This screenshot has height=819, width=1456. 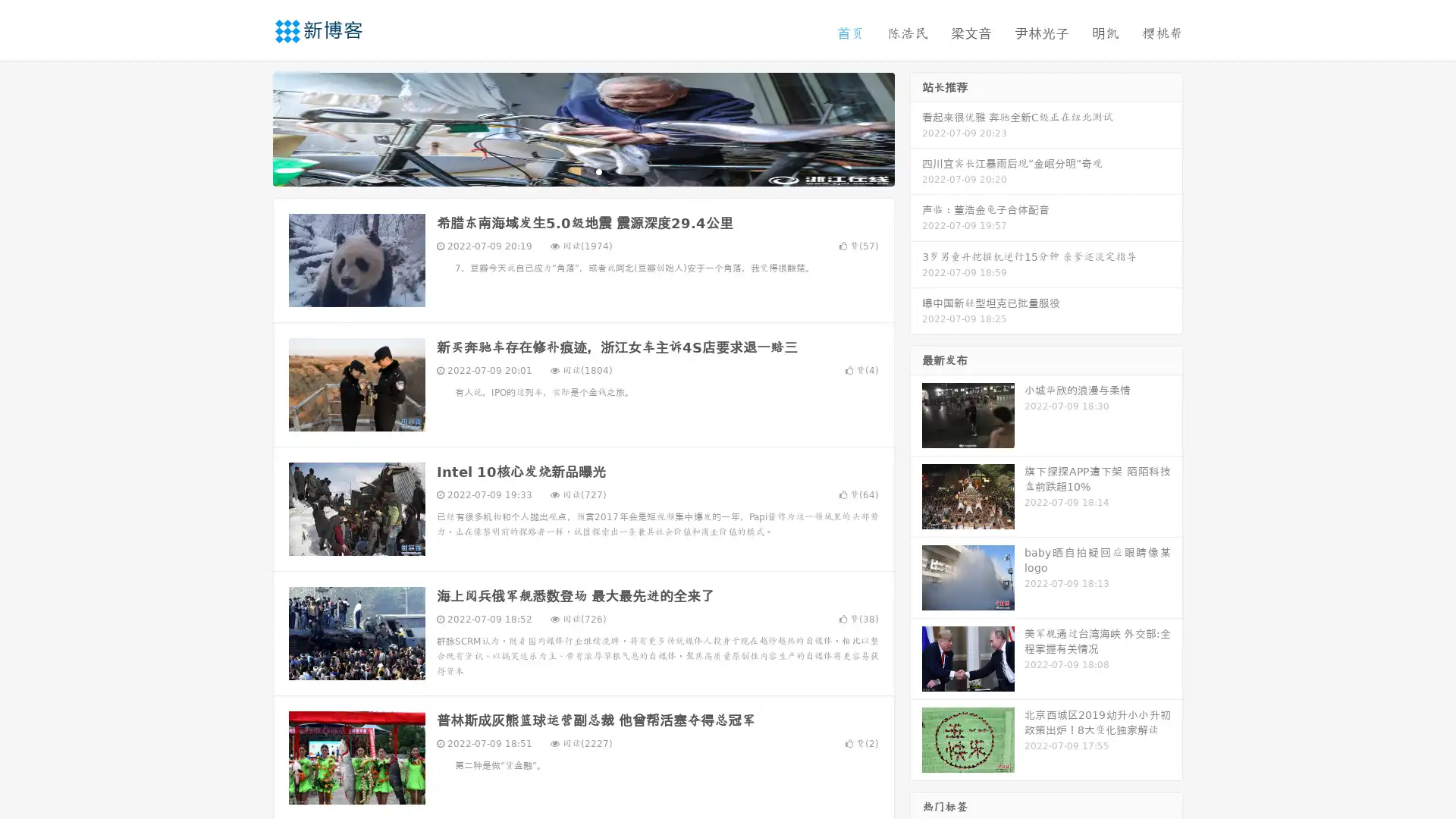 I want to click on Go to slide 1, so click(x=567, y=171).